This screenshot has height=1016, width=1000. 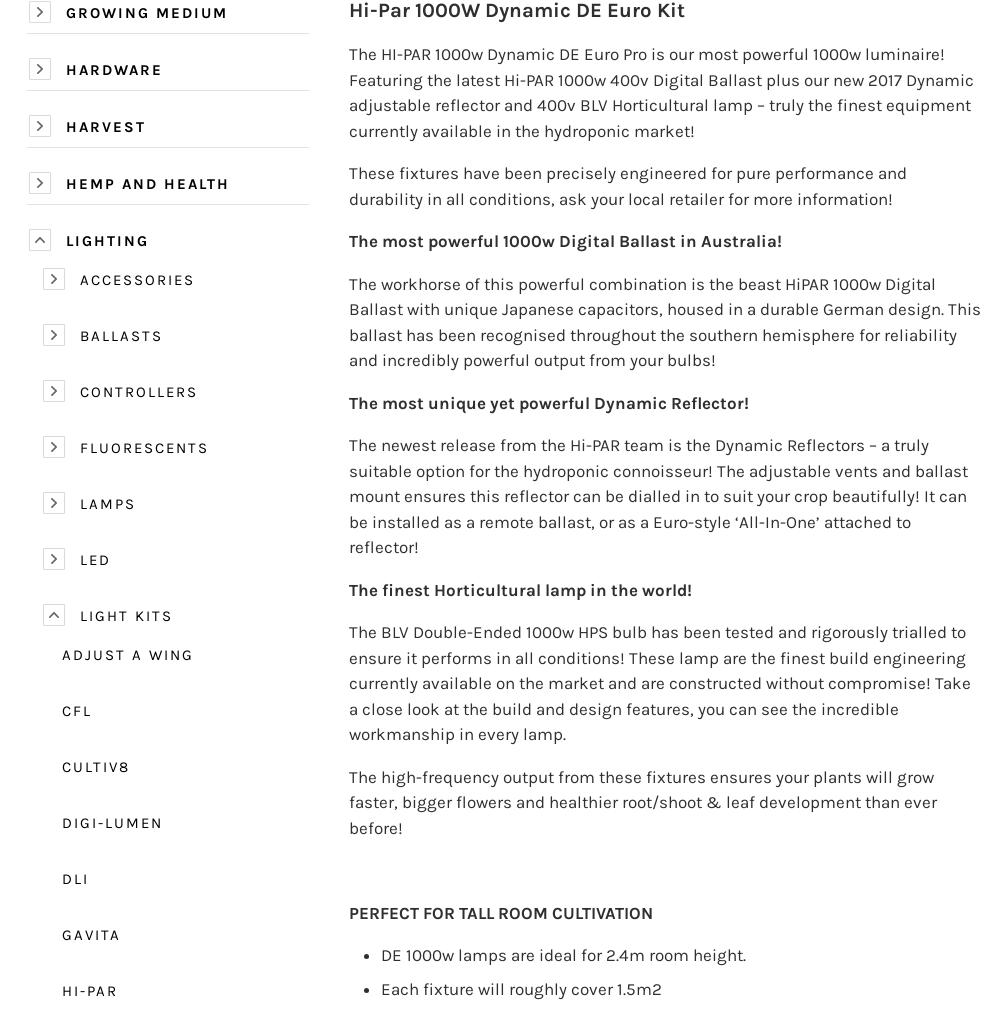 What do you see at coordinates (89, 991) in the screenshot?
I see `'Hi-Par'` at bounding box center [89, 991].